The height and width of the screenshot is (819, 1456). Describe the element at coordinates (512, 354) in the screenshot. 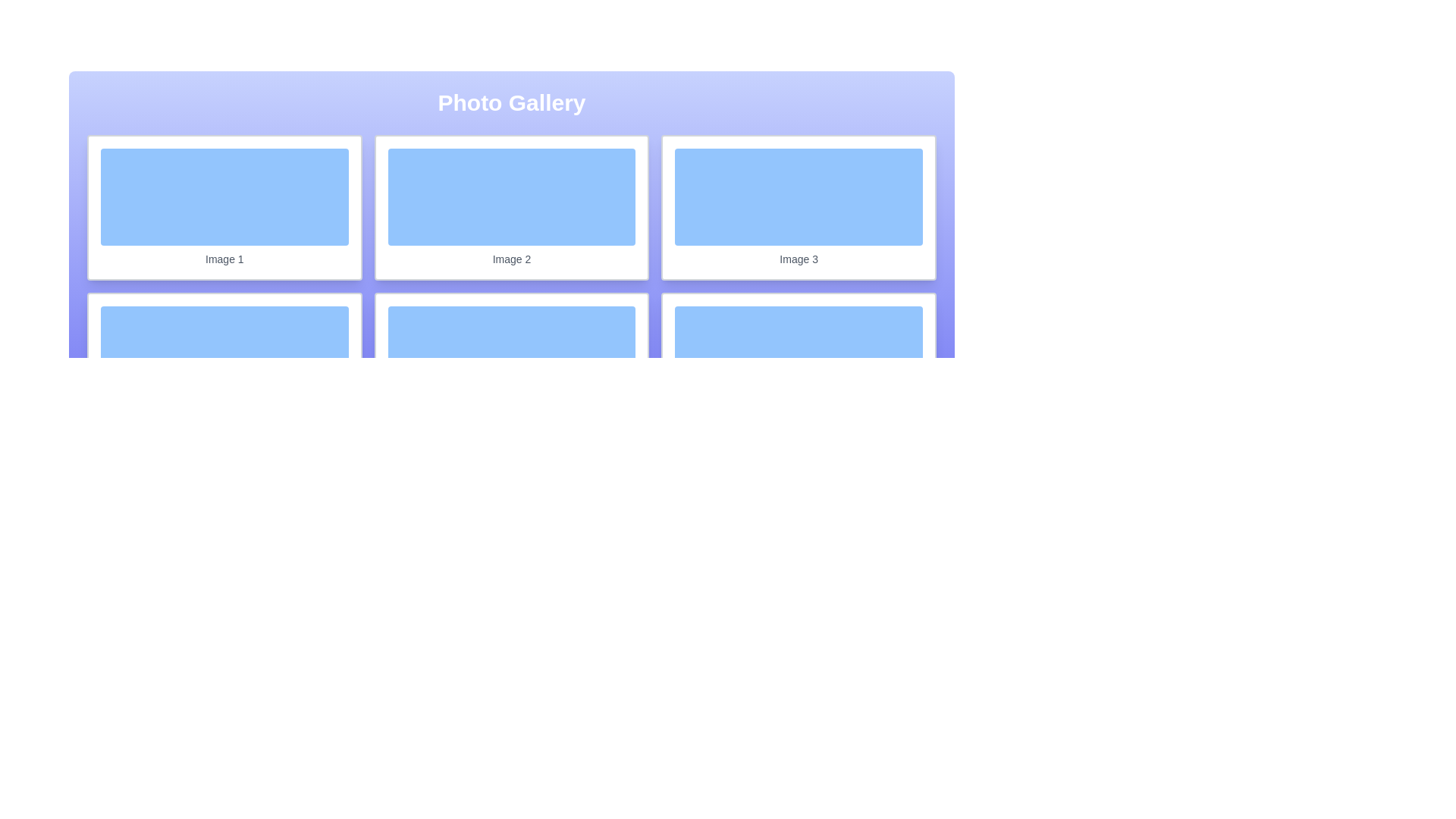

I see `the soft blue rectangular box with rounded corners located above the text label 'Image 5'` at that location.